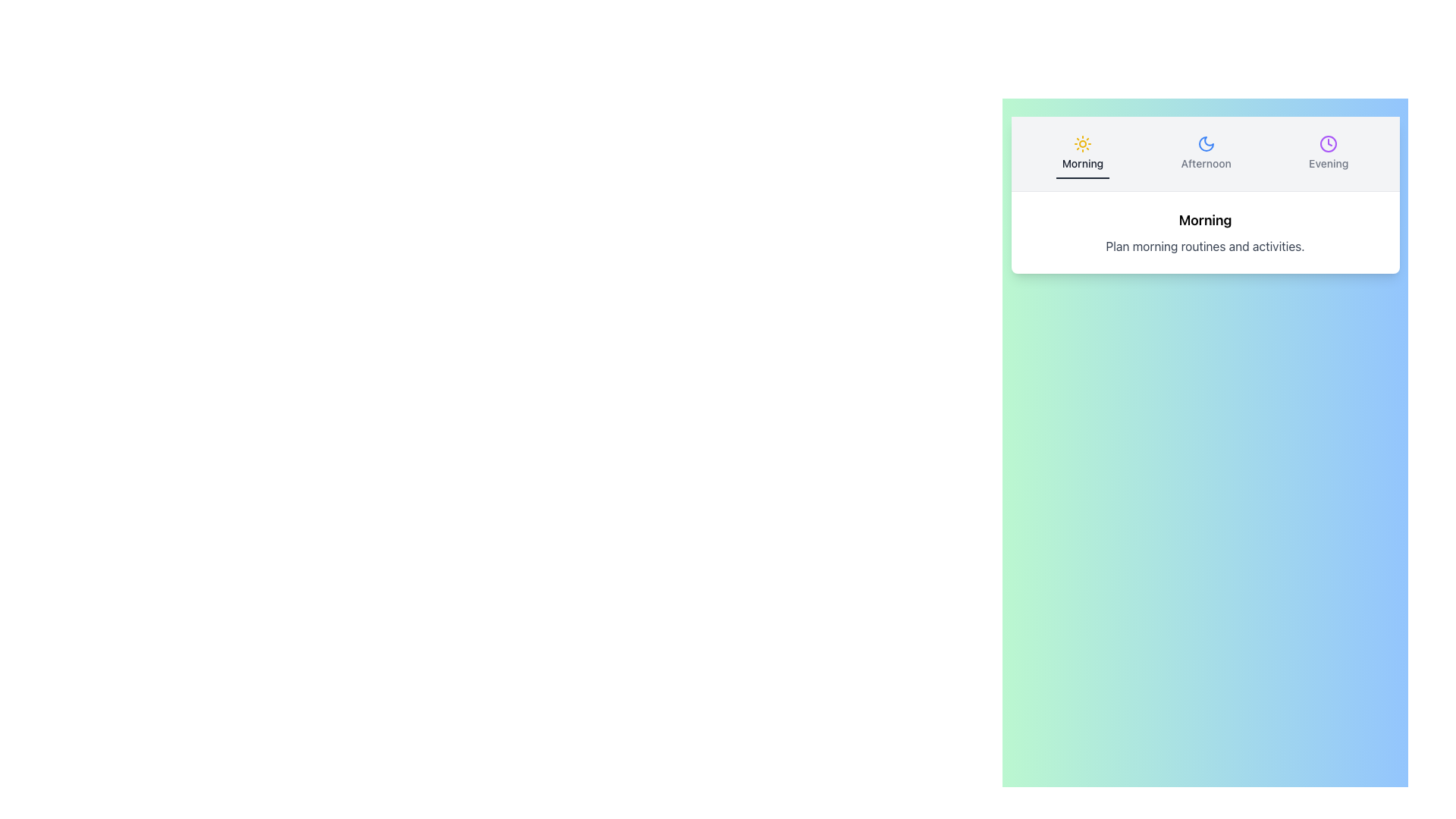 Image resolution: width=1456 pixels, height=819 pixels. I want to click on the clock icon associated with the 'Evening' segment, so click(1328, 143).